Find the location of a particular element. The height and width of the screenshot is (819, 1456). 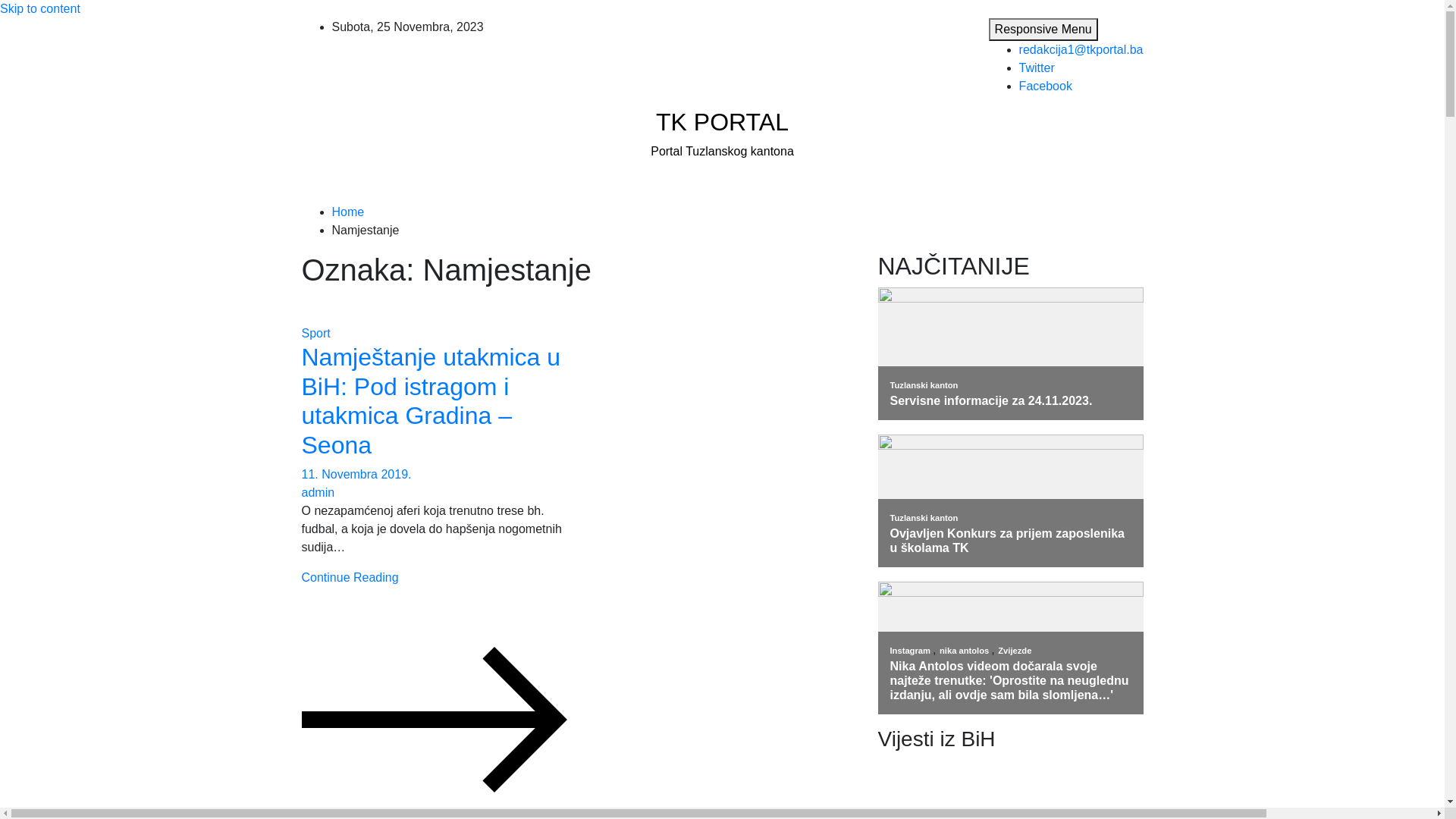

'Responsive Menu' is located at coordinates (1043, 29).